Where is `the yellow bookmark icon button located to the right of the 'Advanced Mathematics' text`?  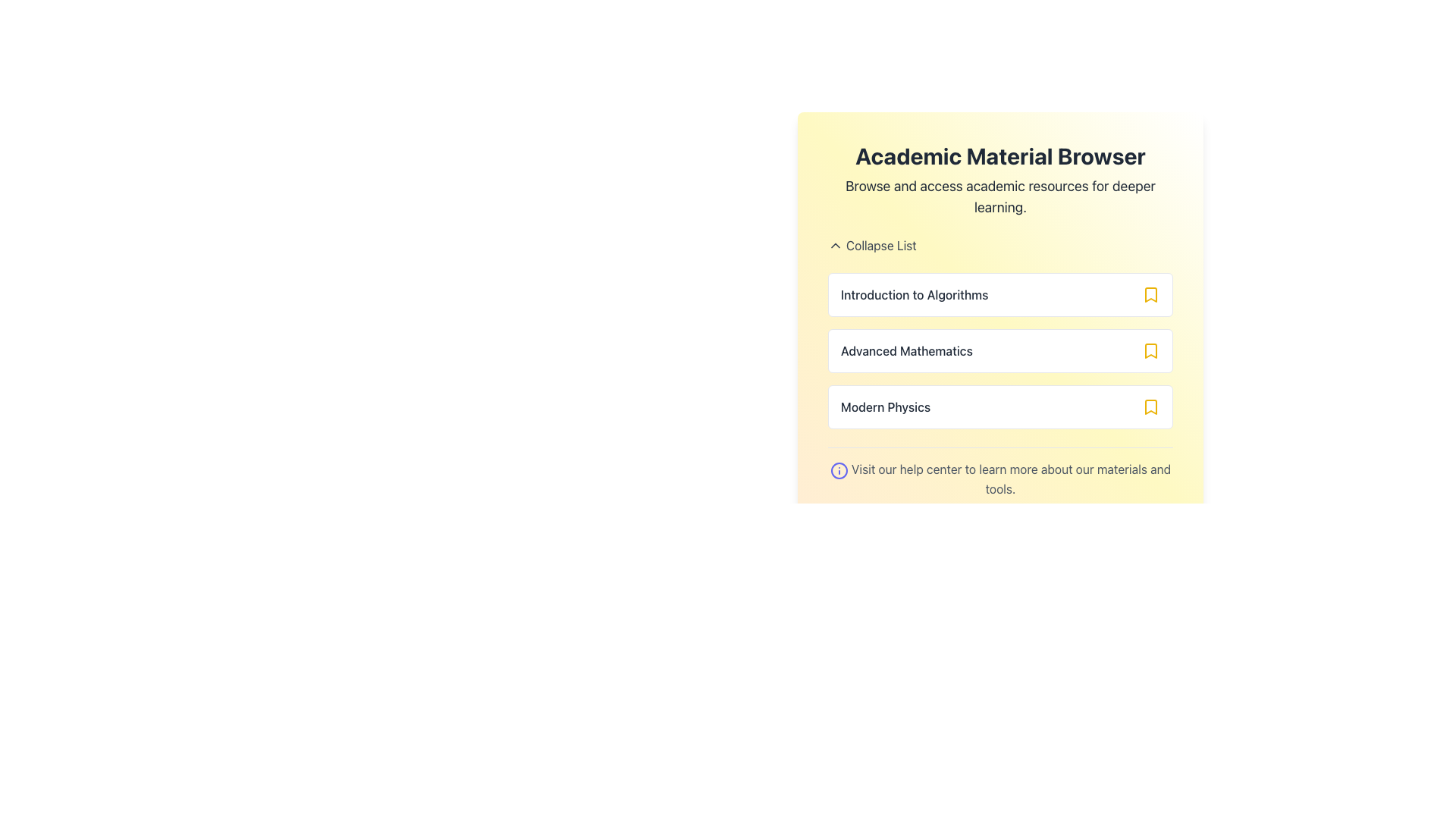
the yellow bookmark icon button located to the right of the 'Advanced Mathematics' text is located at coordinates (1150, 350).